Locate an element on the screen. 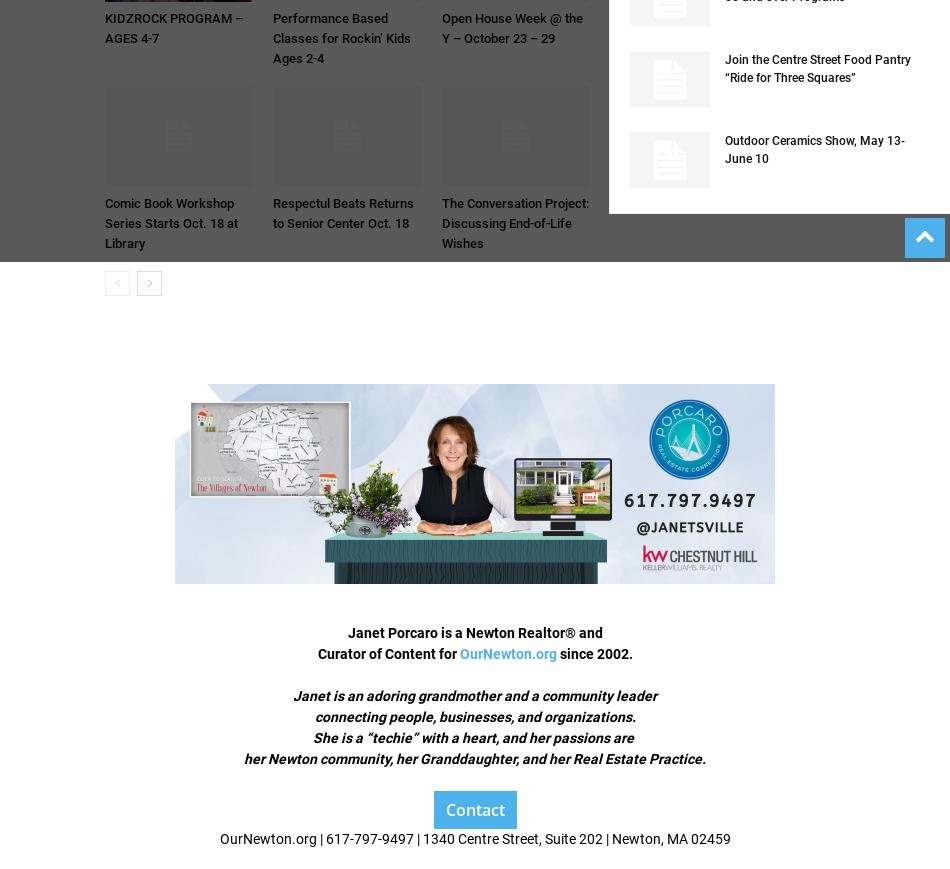 The image size is (950, 869). 'OurNewton.org' is located at coordinates (507, 654).